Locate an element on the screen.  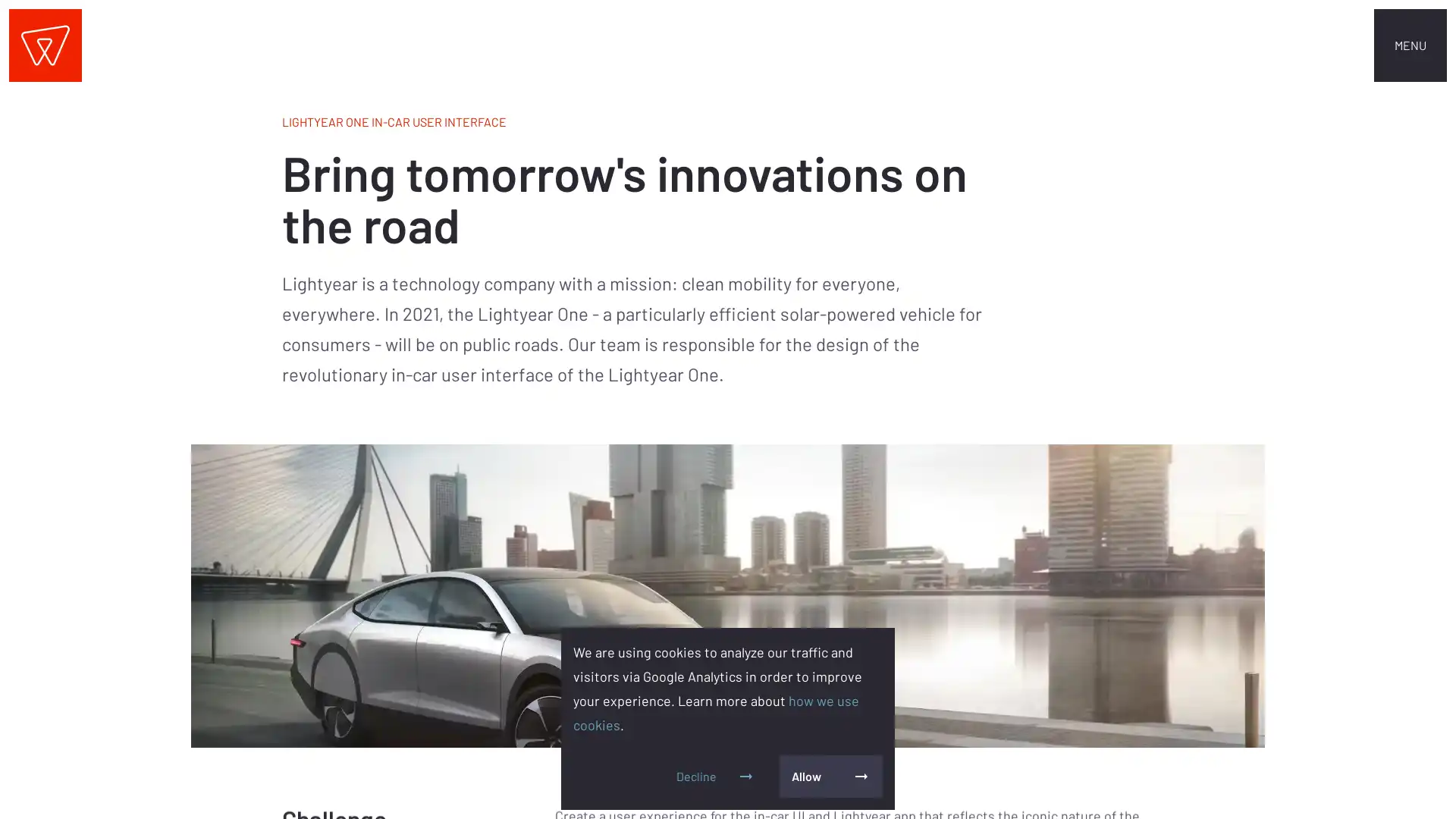
Decline is located at coordinates (715, 776).